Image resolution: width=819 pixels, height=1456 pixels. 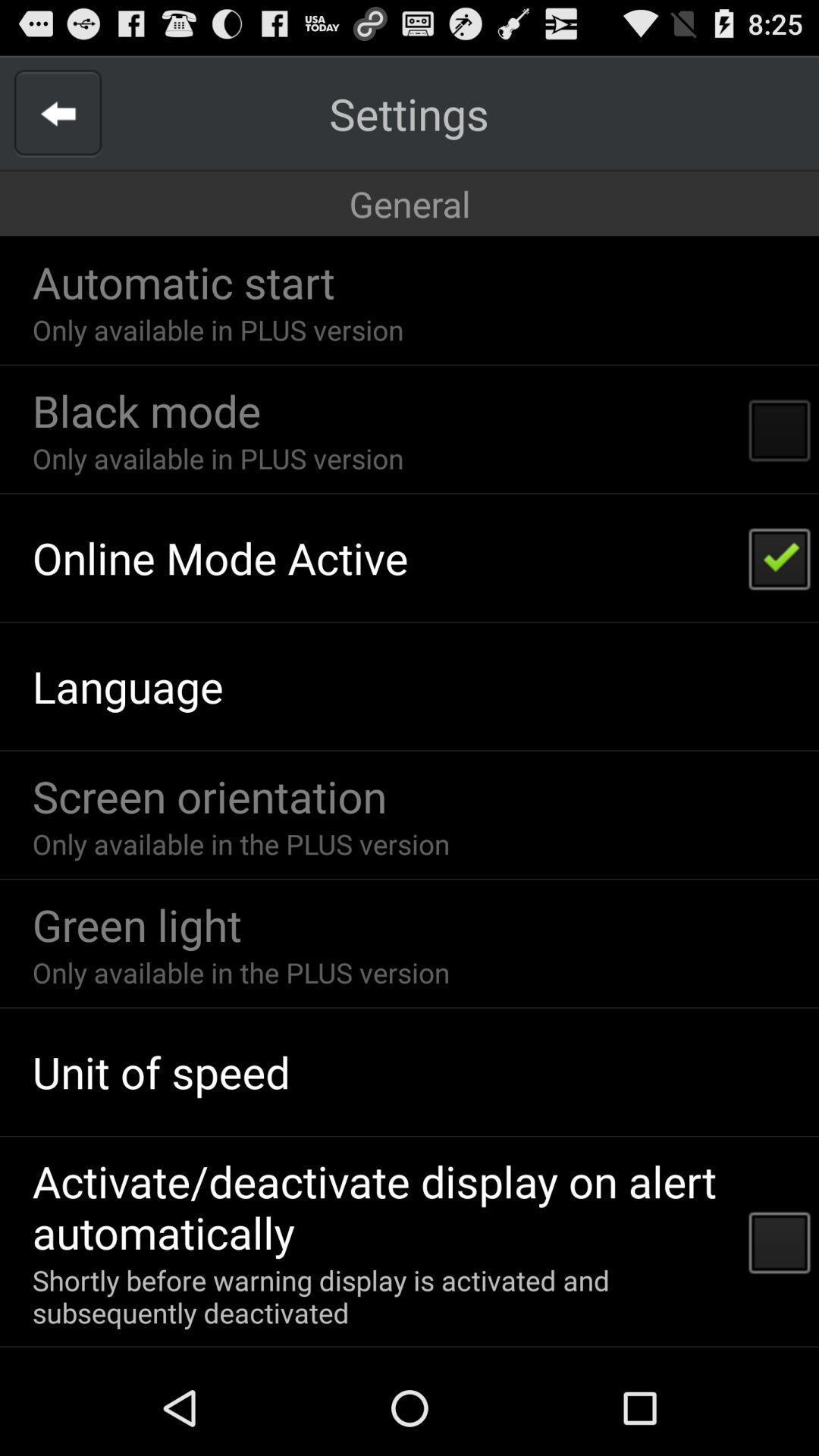 What do you see at coordinates (220, 557) in the screenshot?
I see `the item below only available in icon` at bounding box center [220, 557].